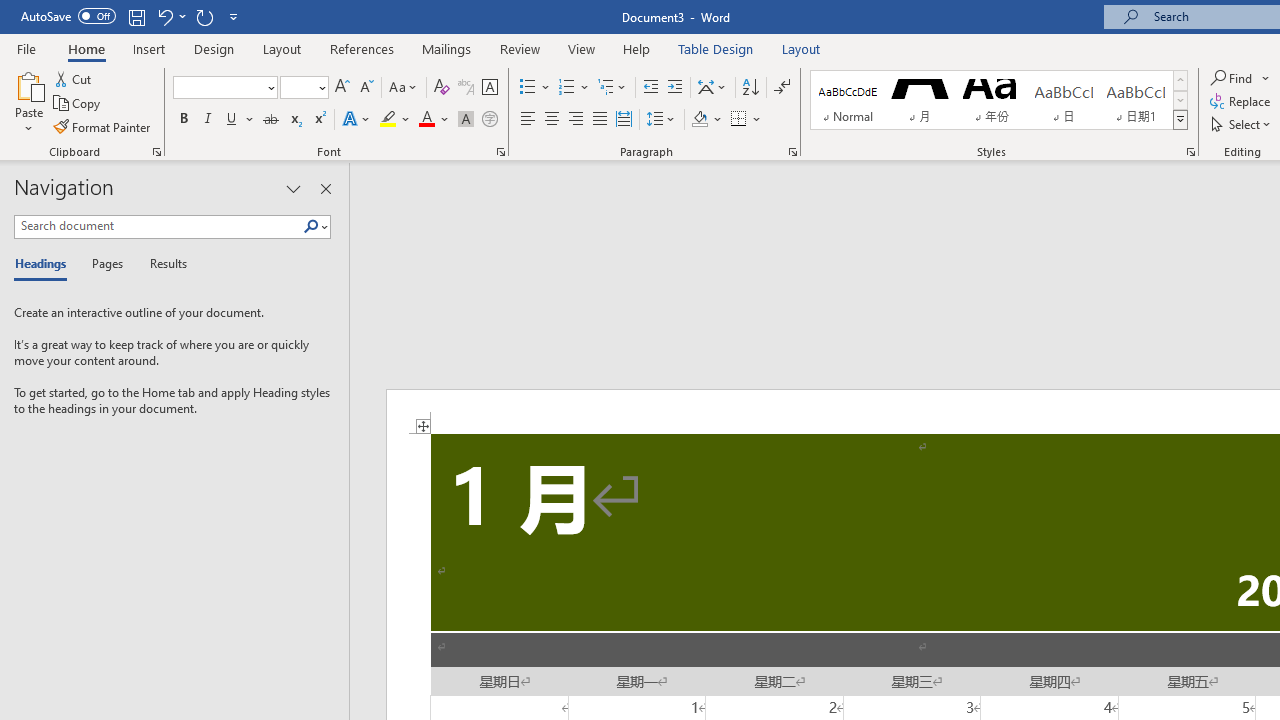 This screenshot has width=1280, height=720. What do you see at coordinates (999, 100) in the screenshot?
I see `'AutomationID: QuickStylesGallery'` at bounding box center [999, 100].